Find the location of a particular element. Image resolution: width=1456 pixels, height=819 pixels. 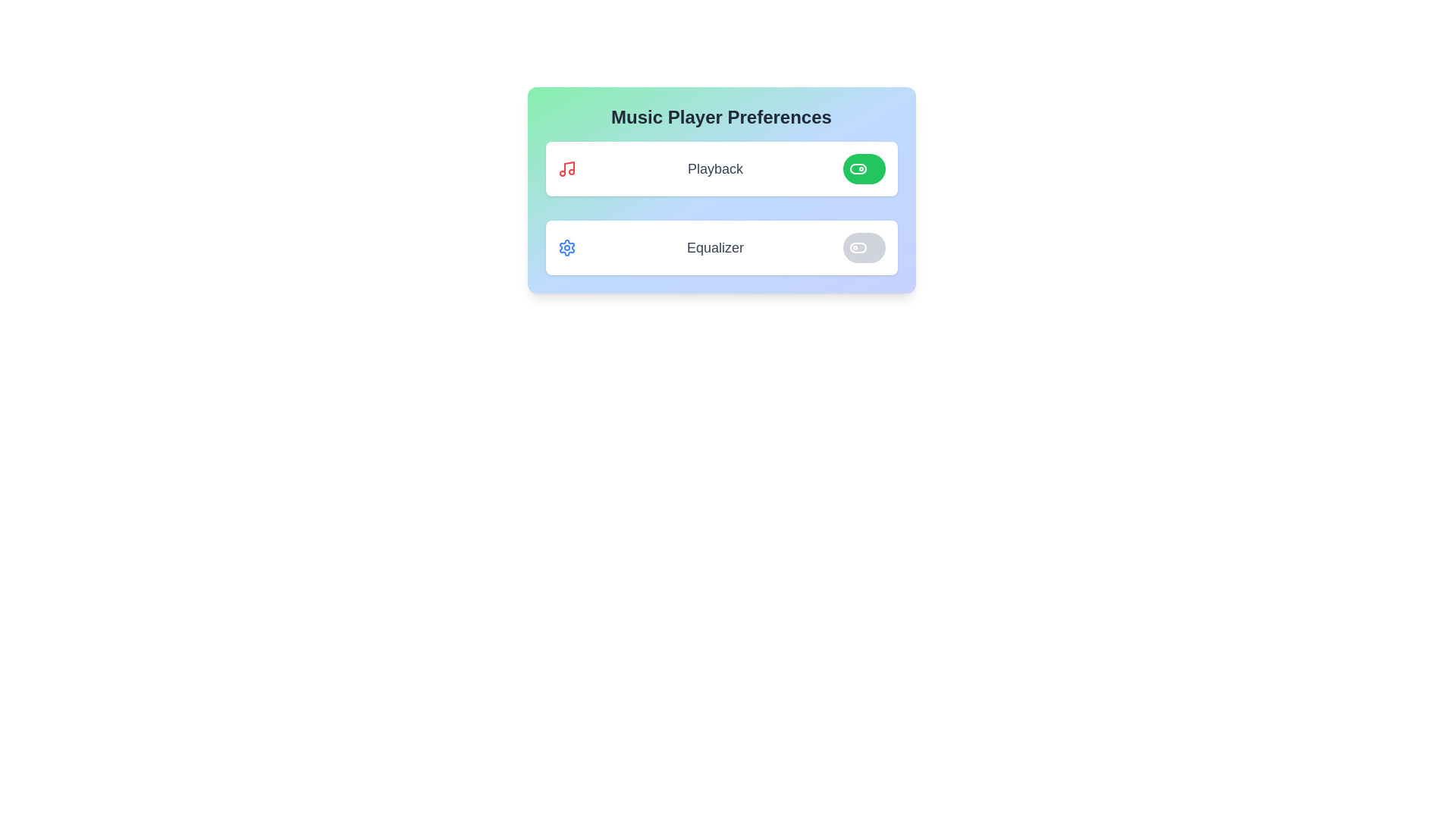

the toggle switch located in the 'Music Player Preferences' card is located at coordinates (864, 169).